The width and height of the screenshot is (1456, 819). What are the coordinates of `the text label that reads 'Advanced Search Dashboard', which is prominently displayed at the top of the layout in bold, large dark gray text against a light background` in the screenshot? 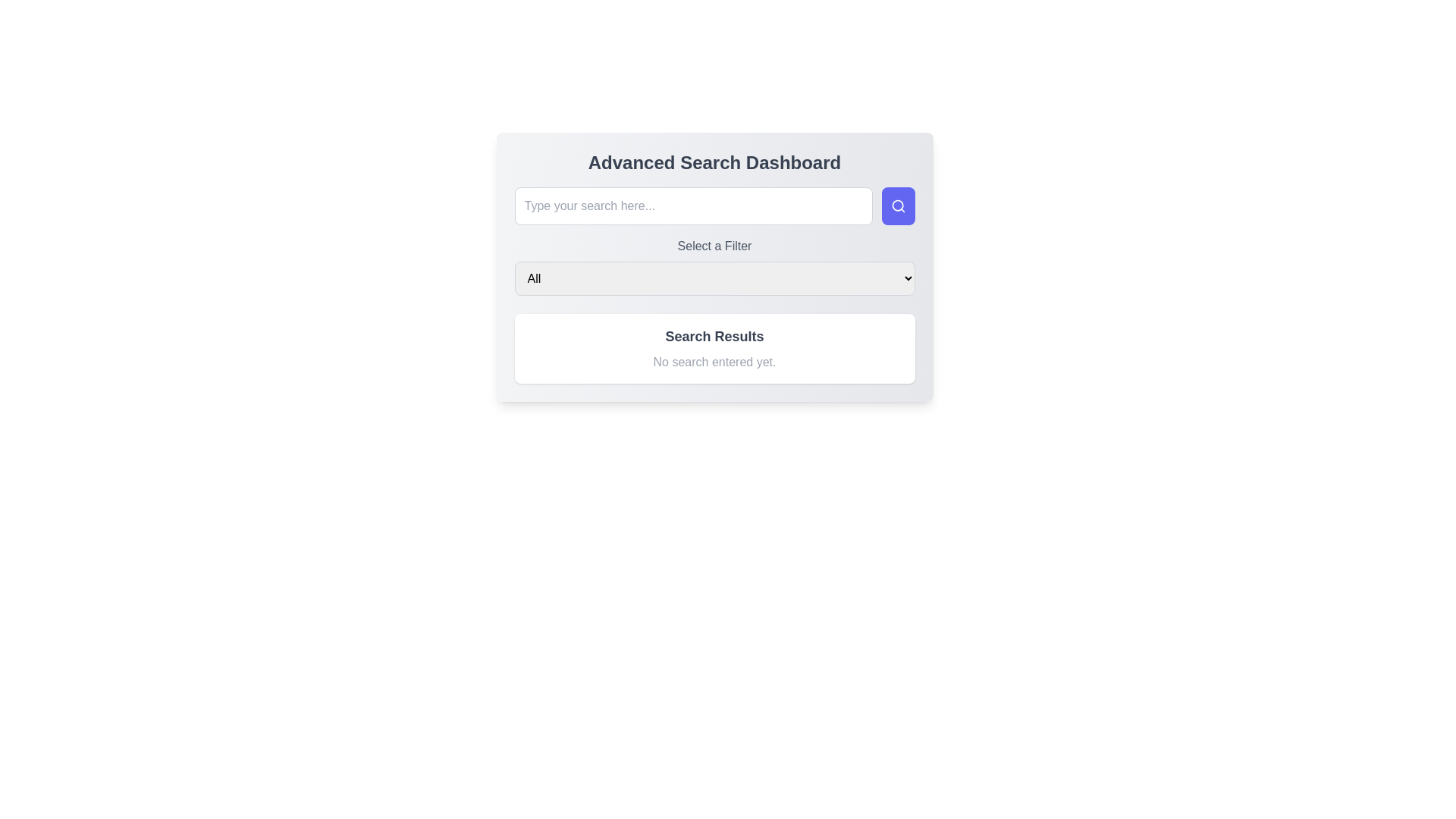 It's located at (714, 163).